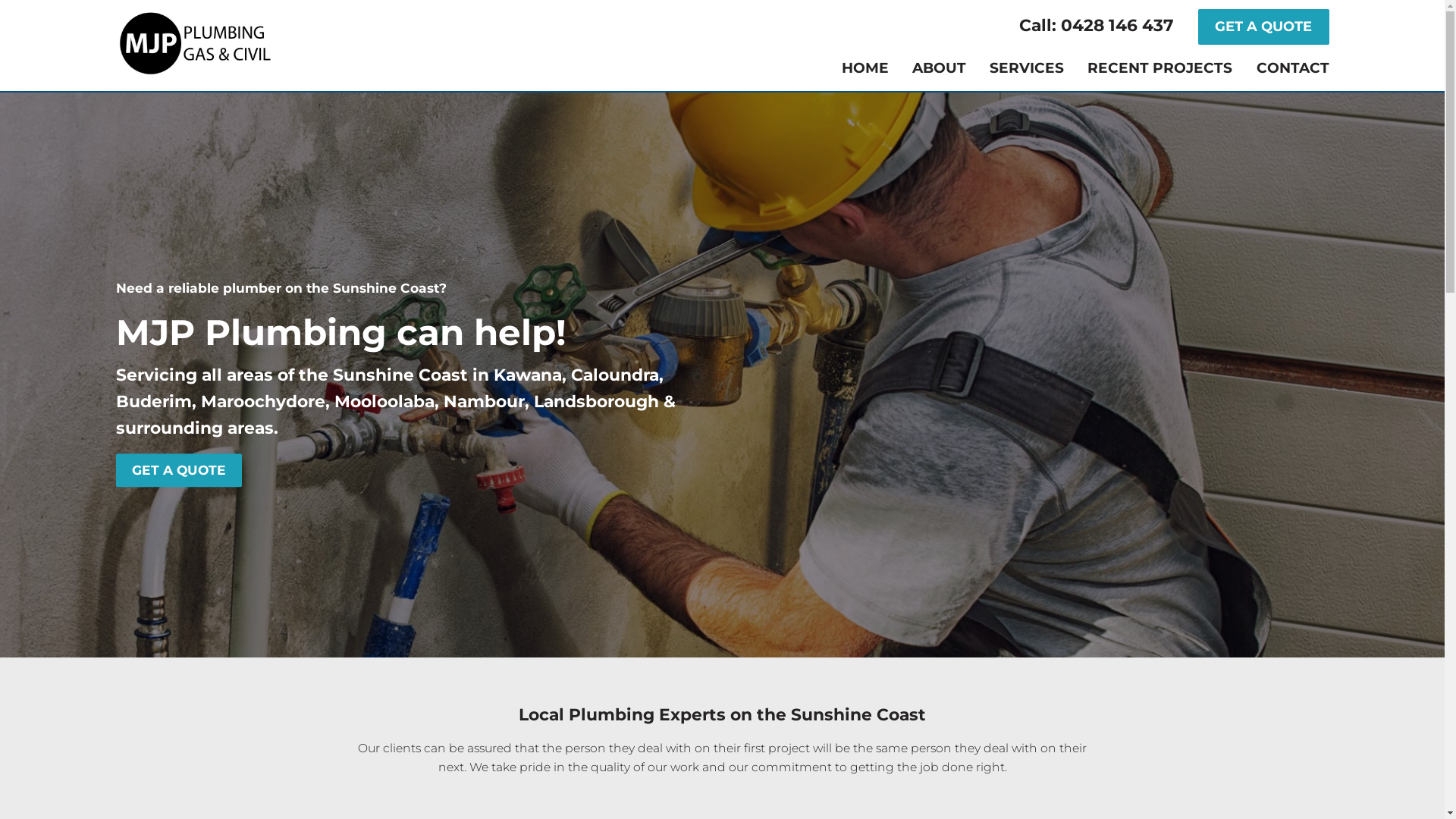 Image resolution: width=1456 pixels, height=819 pixels. What do you see at coordinates (1291, 68) in the screenshot?
I see `'CONTACT'` at bounding box center [1291, 68].